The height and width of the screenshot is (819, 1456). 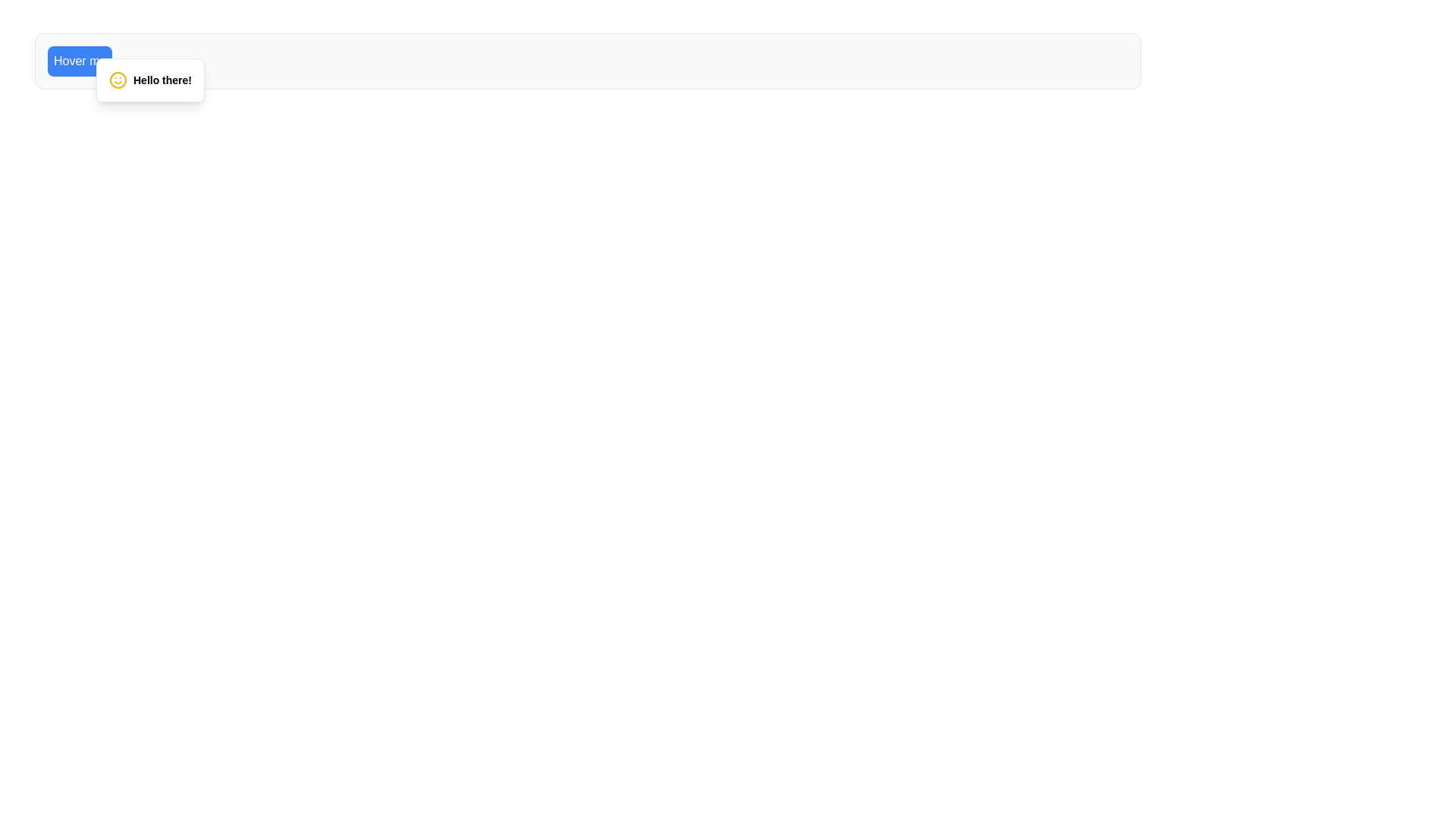 What do you see at coordinates (150, 80) in the screenshot?
I see `the tooltip or popup that contains a yellow smiling face icon and the text 'Hello there!' styled in bold, positioned to the right of the 'Hover me' button` at bounding box center [150, 80].